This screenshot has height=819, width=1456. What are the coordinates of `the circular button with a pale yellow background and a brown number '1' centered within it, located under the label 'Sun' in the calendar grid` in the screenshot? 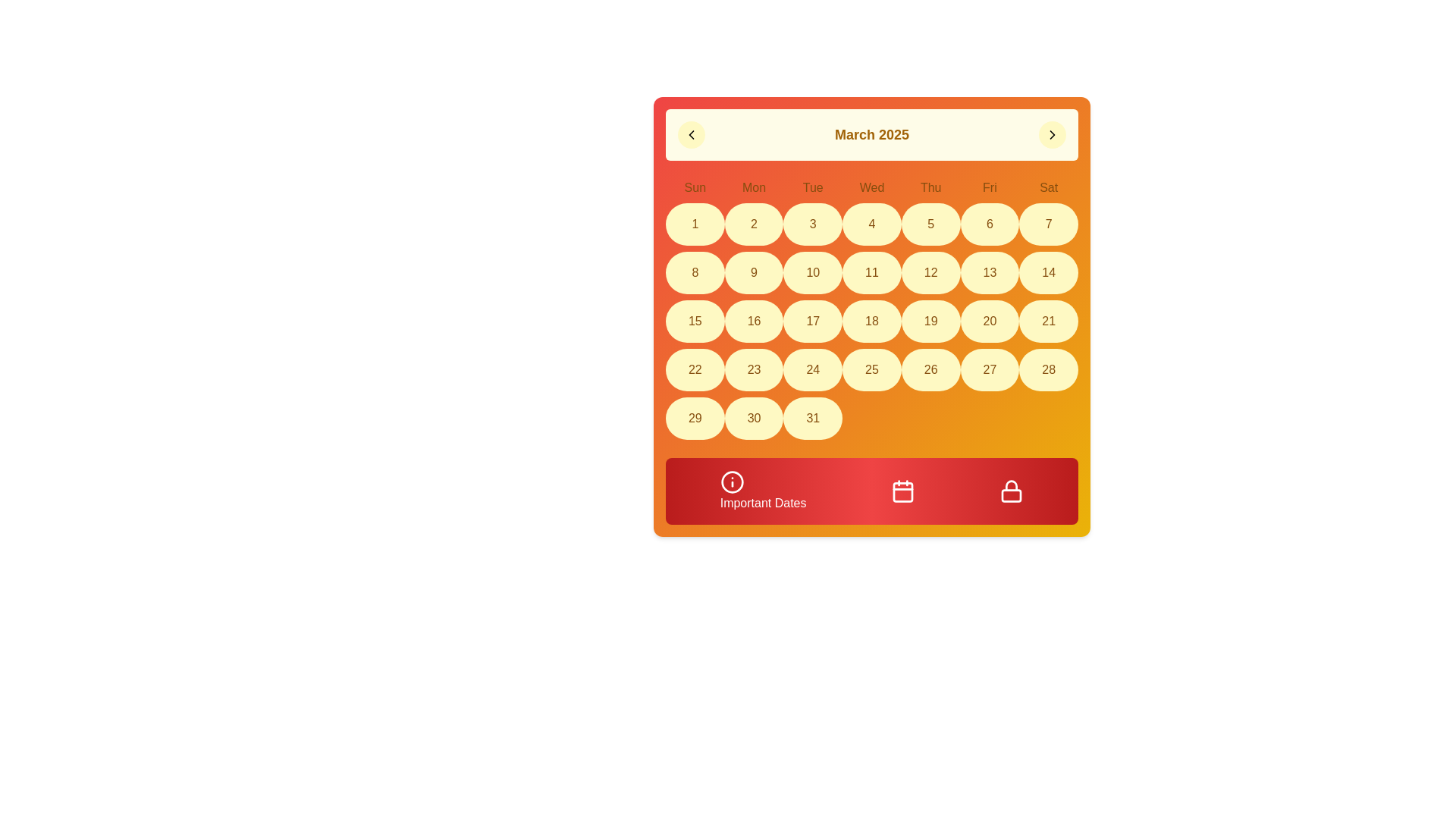 It's located at (694, 224).